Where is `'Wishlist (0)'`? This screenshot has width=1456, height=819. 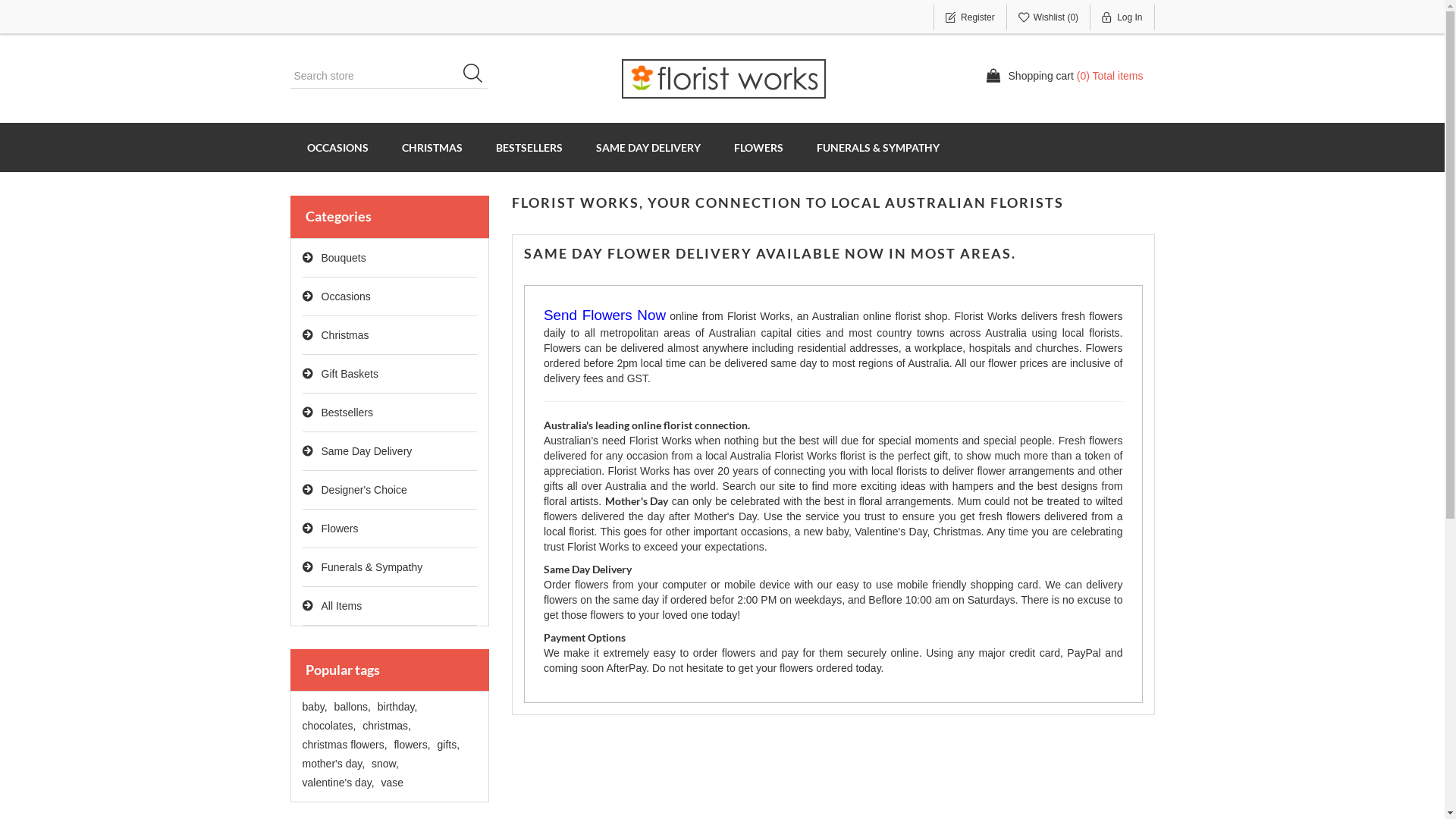 'Wishlist (0)' is located at coordinates (1047, 17).